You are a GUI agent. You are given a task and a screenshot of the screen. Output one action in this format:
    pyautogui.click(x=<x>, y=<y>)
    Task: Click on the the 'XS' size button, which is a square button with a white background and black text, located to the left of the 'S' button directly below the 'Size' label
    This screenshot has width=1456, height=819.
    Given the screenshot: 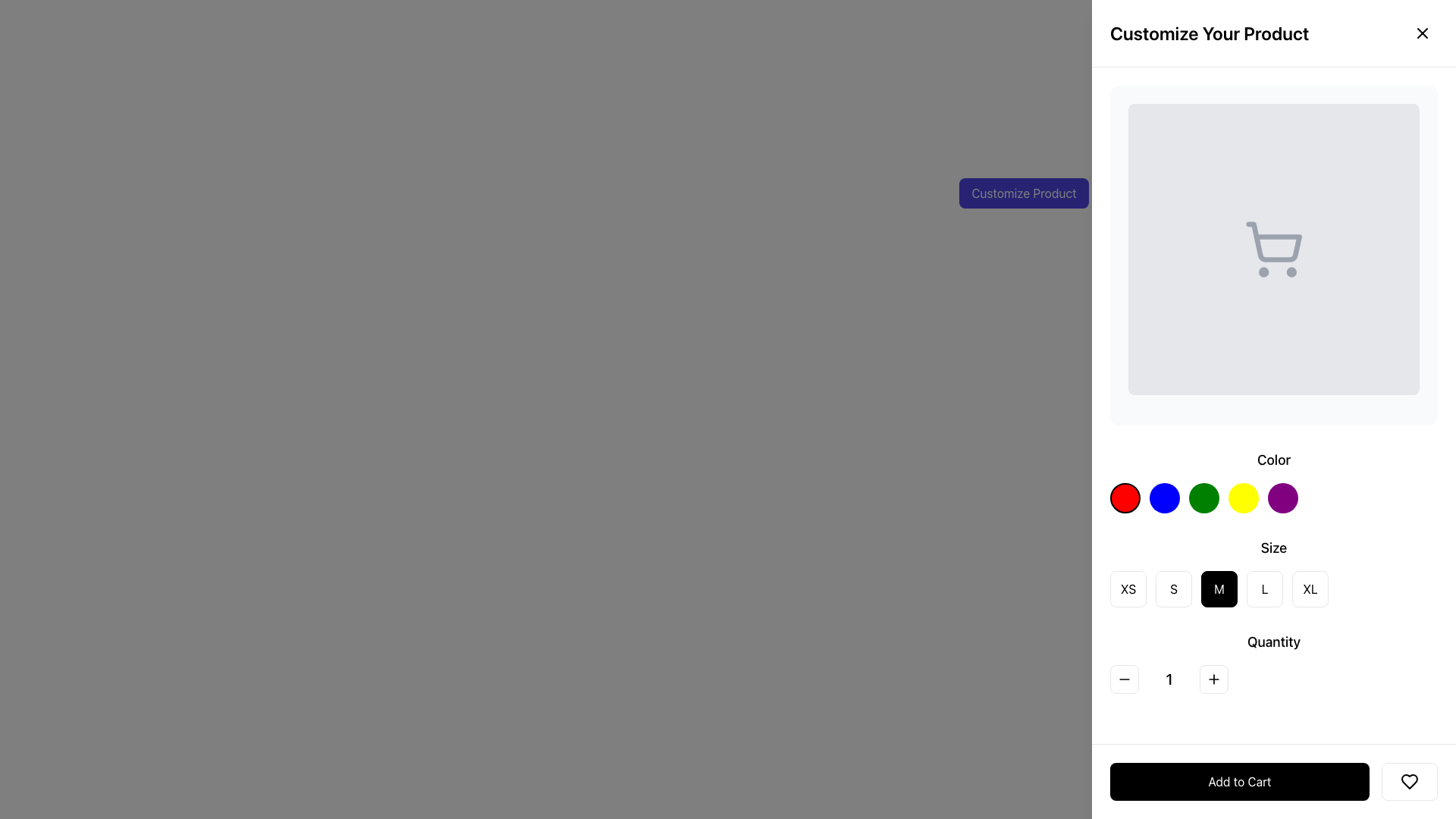 What is the action you would take?
    pyautogui.click(x=1128, y=588)
    